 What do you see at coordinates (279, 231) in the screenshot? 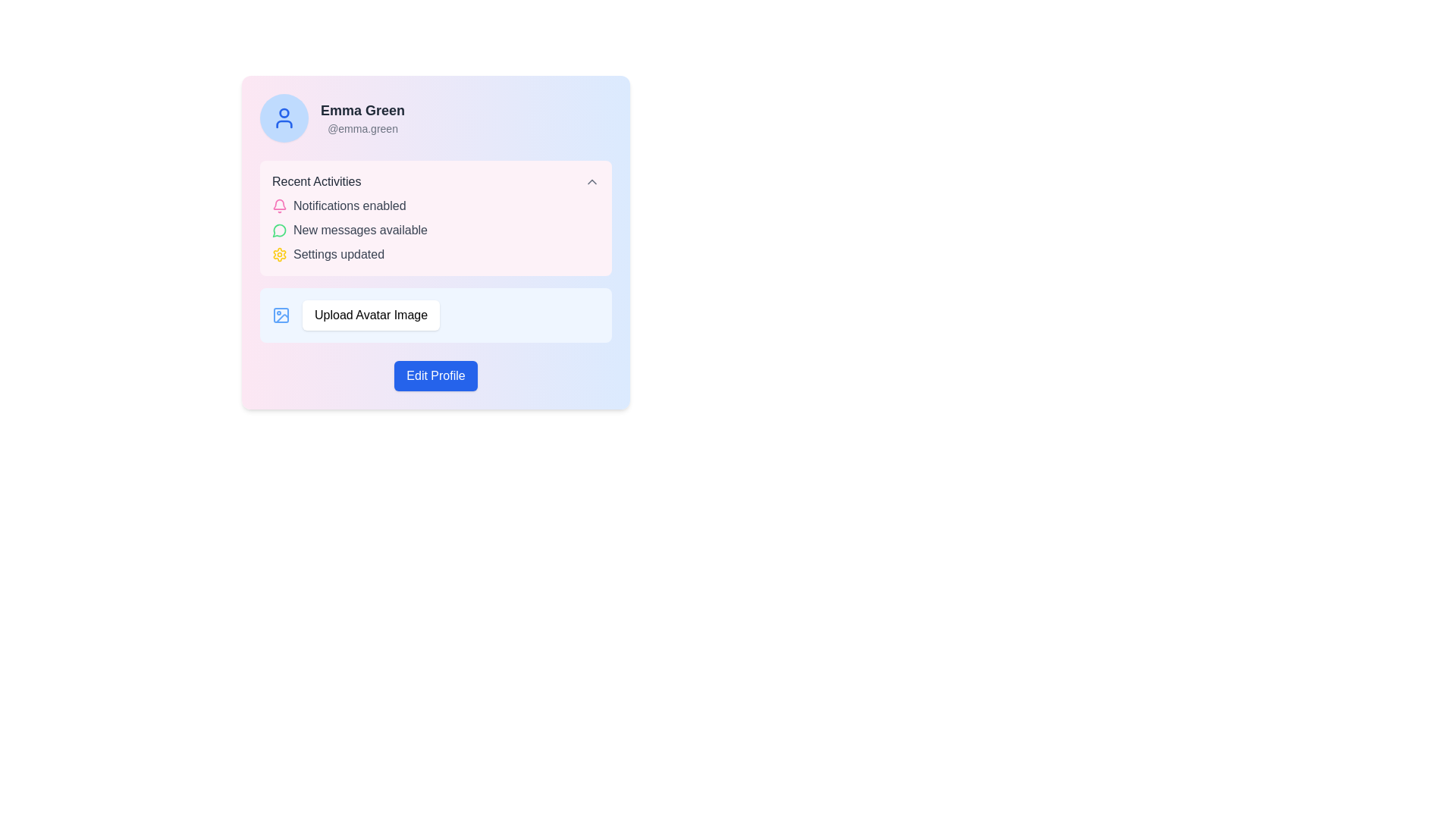
I see `the circular green outlined icon with a chat bubble symbol located in the 'Recent Activities' section, positioned between 'Notifications enabled' and 'Settings updated'` at bounding box center [279, 231].